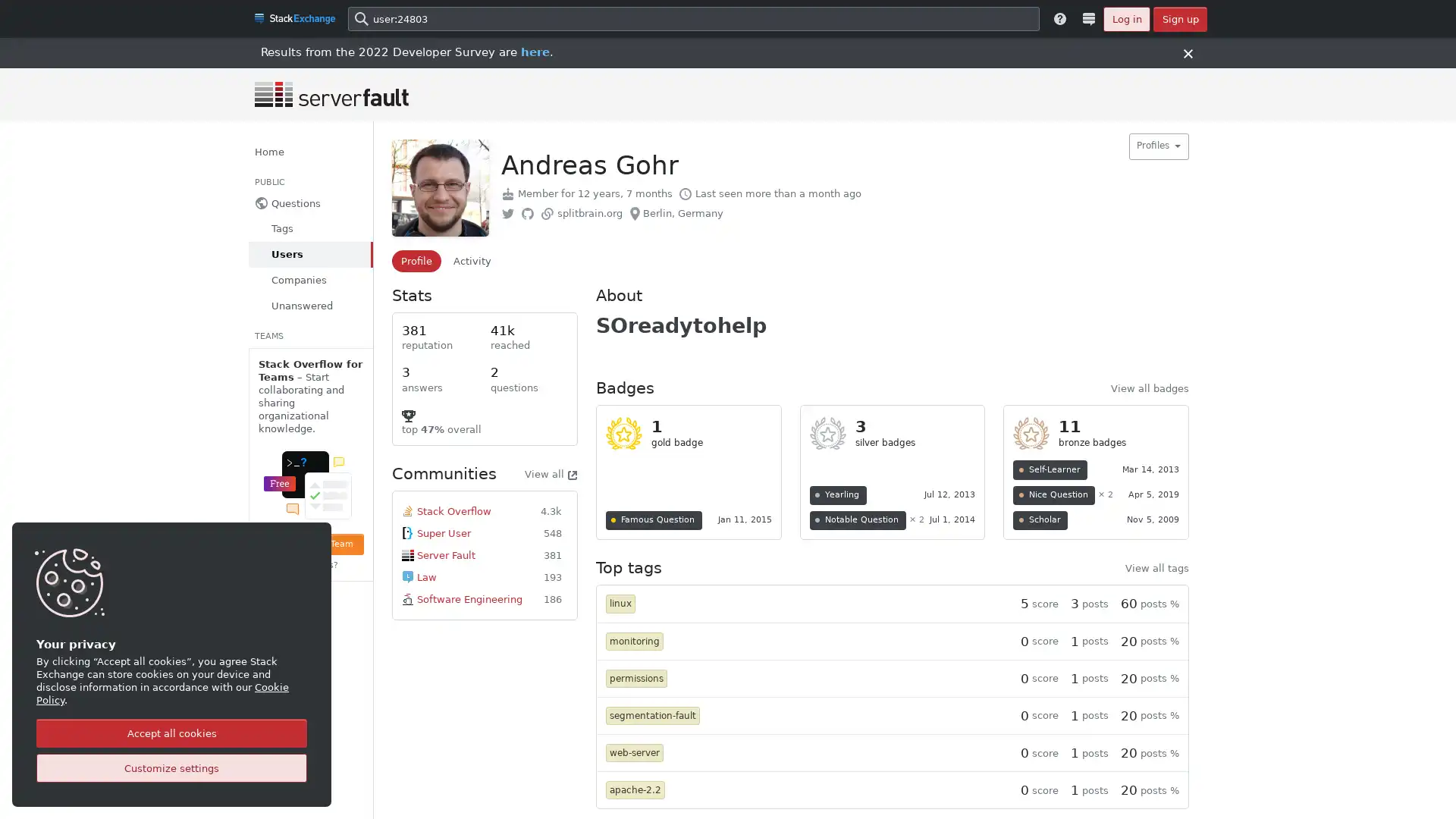  What do you see at coordinates (171, 768) in the screenshot?
I see `Customize settings` at bounding box center [171, 768].